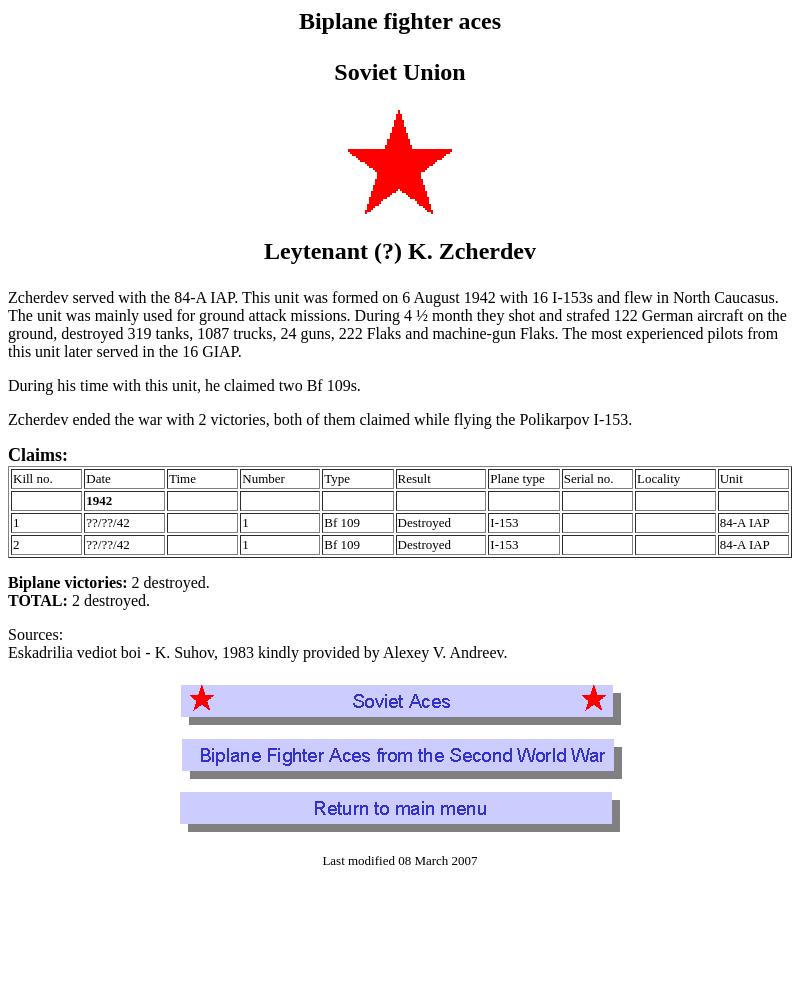  I want to click on 'Kill no.', so click(32, 477).